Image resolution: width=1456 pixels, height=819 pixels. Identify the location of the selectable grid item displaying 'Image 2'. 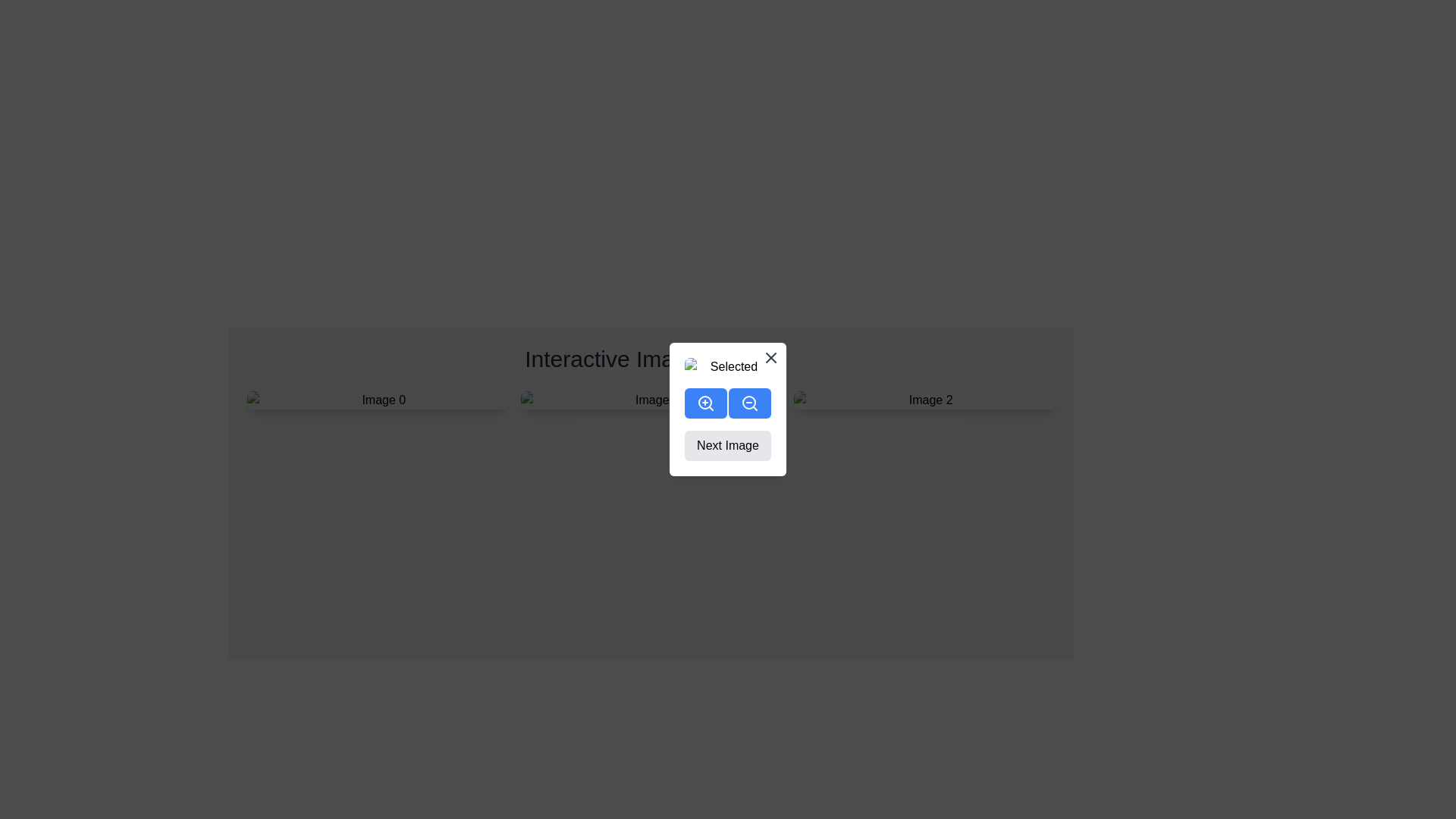
(924, 400).